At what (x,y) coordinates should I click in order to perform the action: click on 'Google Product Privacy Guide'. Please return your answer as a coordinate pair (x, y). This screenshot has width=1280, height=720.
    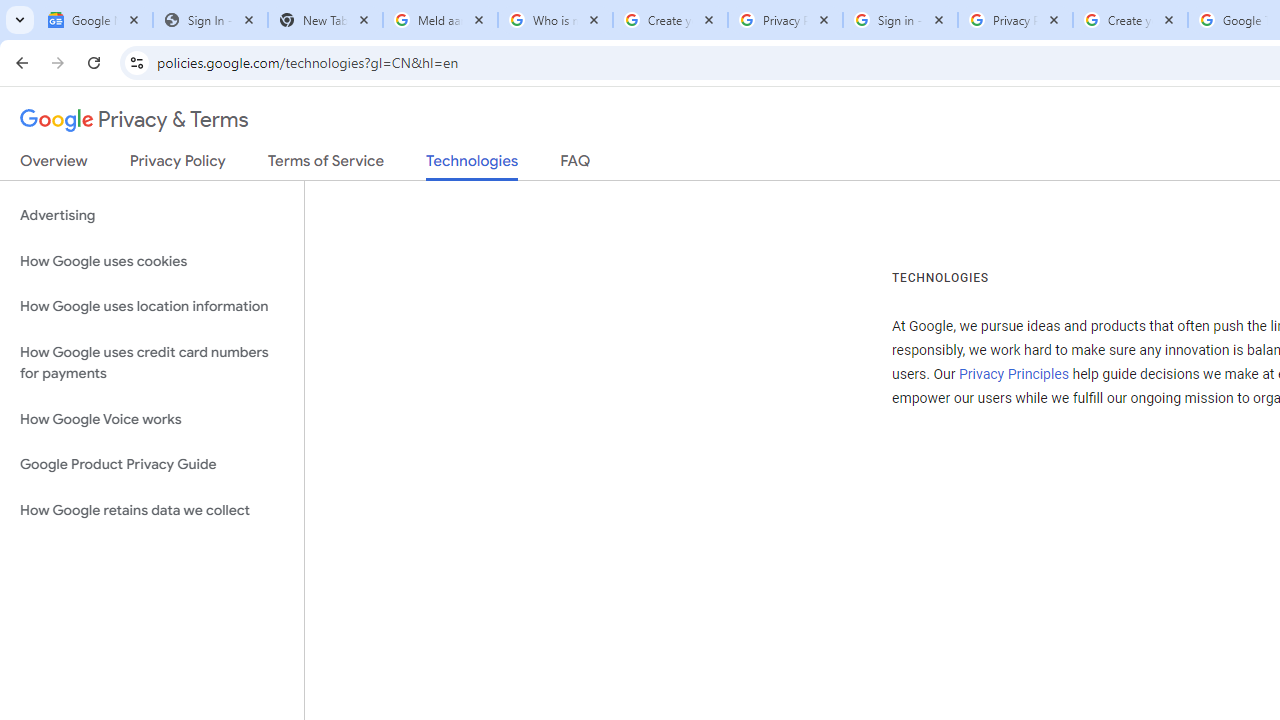
    Looking at the image, I should click on (151, 465).